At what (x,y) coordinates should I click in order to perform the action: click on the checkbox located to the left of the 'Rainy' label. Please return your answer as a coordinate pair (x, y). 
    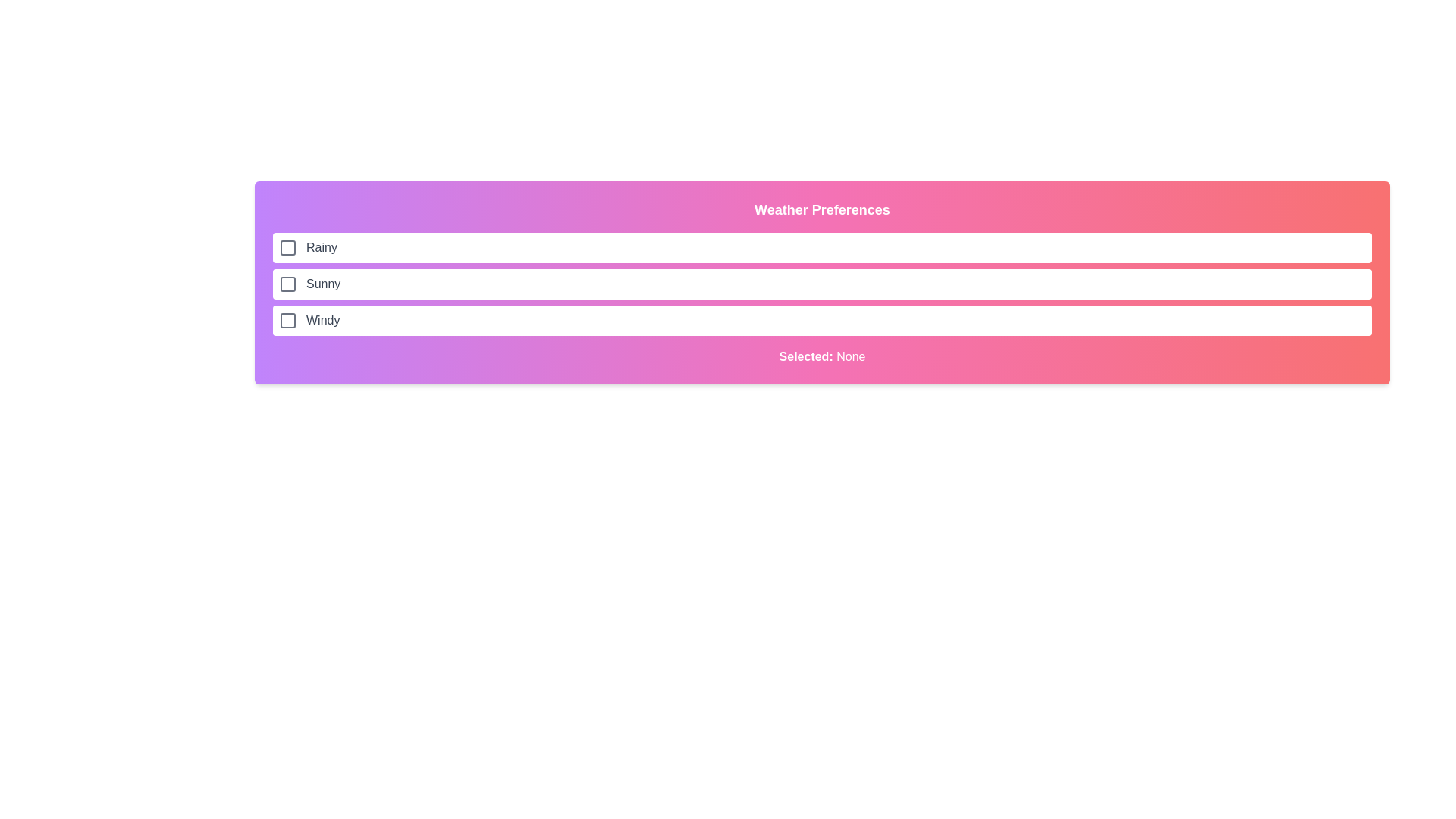
    Looking at the image, I should click on (287, 247).